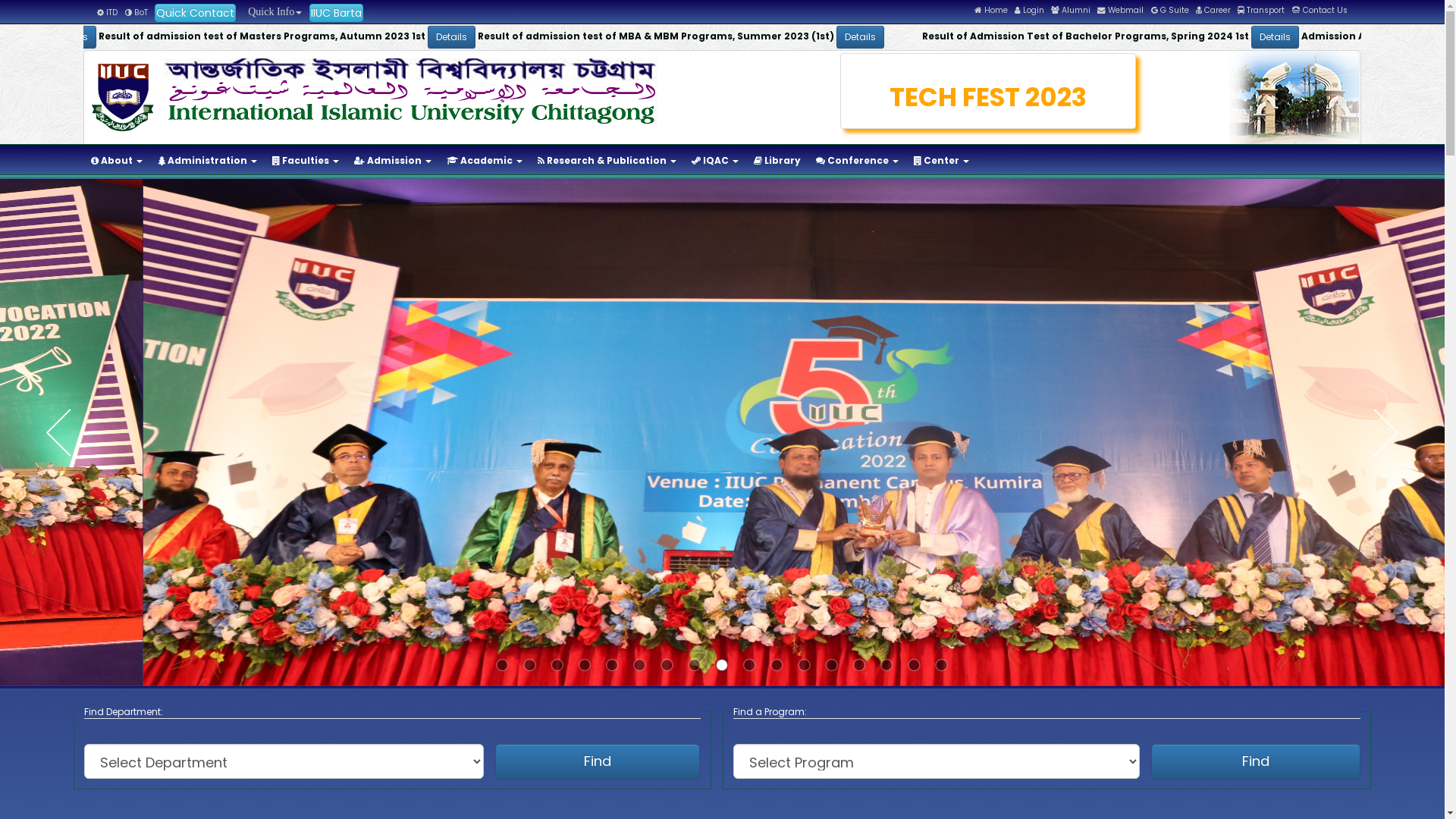 The image size is (1456, 819). I want to click on 'Quick Contact', so click(194, 12).